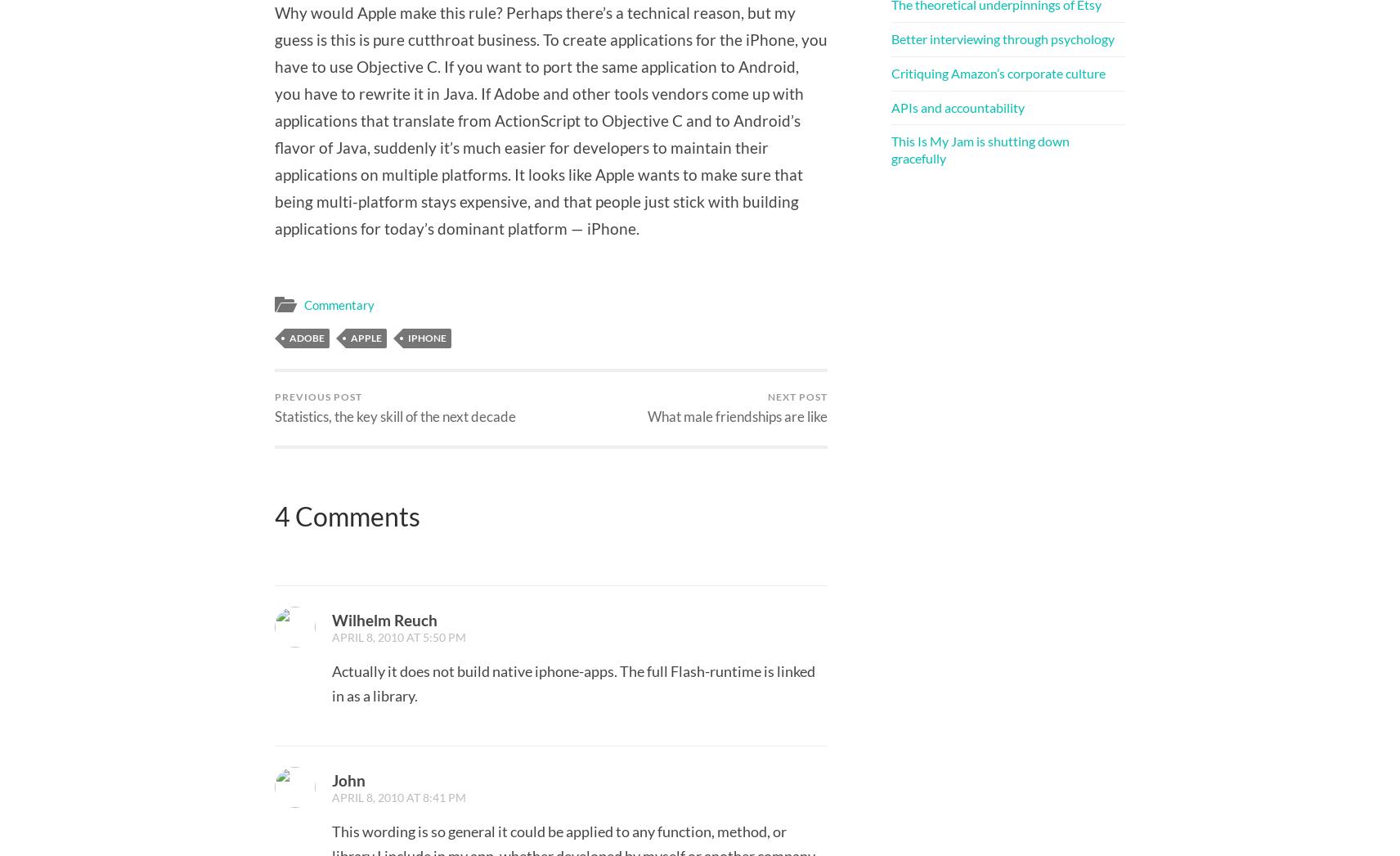 The height and width of the screenshot is (856, 1400). Describe the element at coordinates (397, 796) in the screenshot. I see `'April 8, 2010 at 8:41 pm'` at that location.